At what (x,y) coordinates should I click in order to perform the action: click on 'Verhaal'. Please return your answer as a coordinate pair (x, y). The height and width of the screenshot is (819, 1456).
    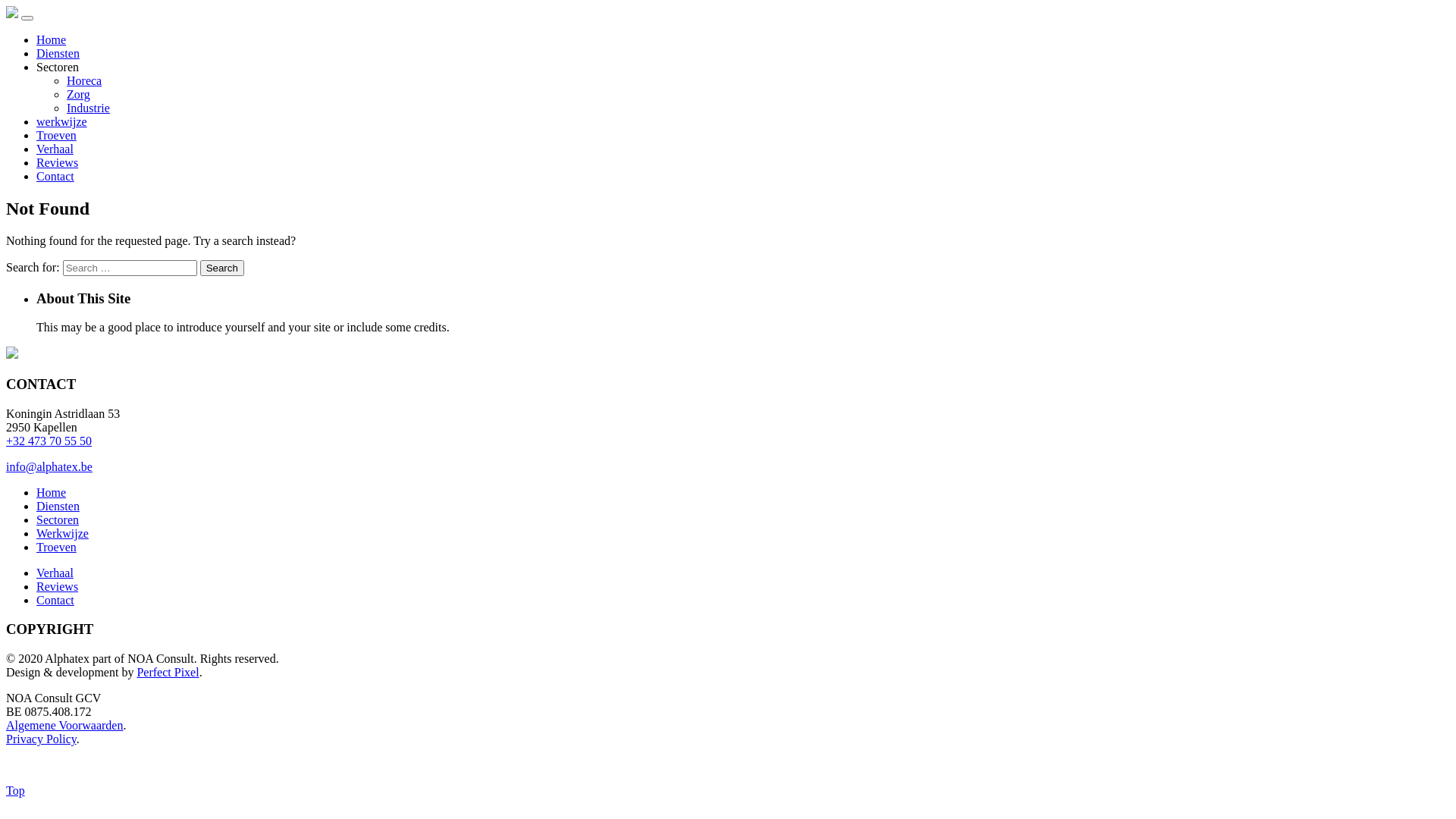
    Looking at the image, I should click on (55, 573).